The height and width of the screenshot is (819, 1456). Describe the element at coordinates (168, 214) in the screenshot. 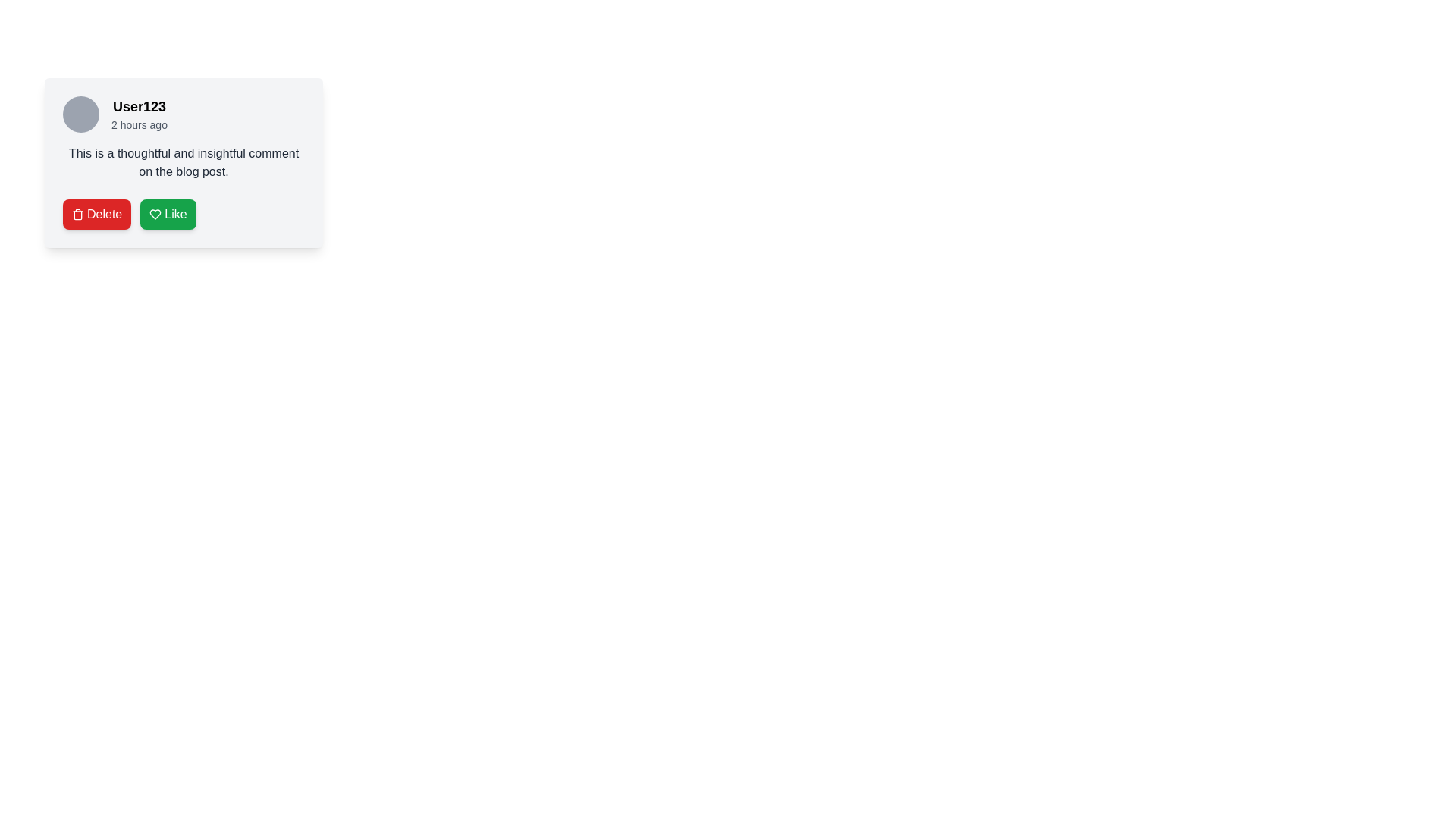

I see `the second button that indicates a 'Like' interaction for the associated comment` at that location.